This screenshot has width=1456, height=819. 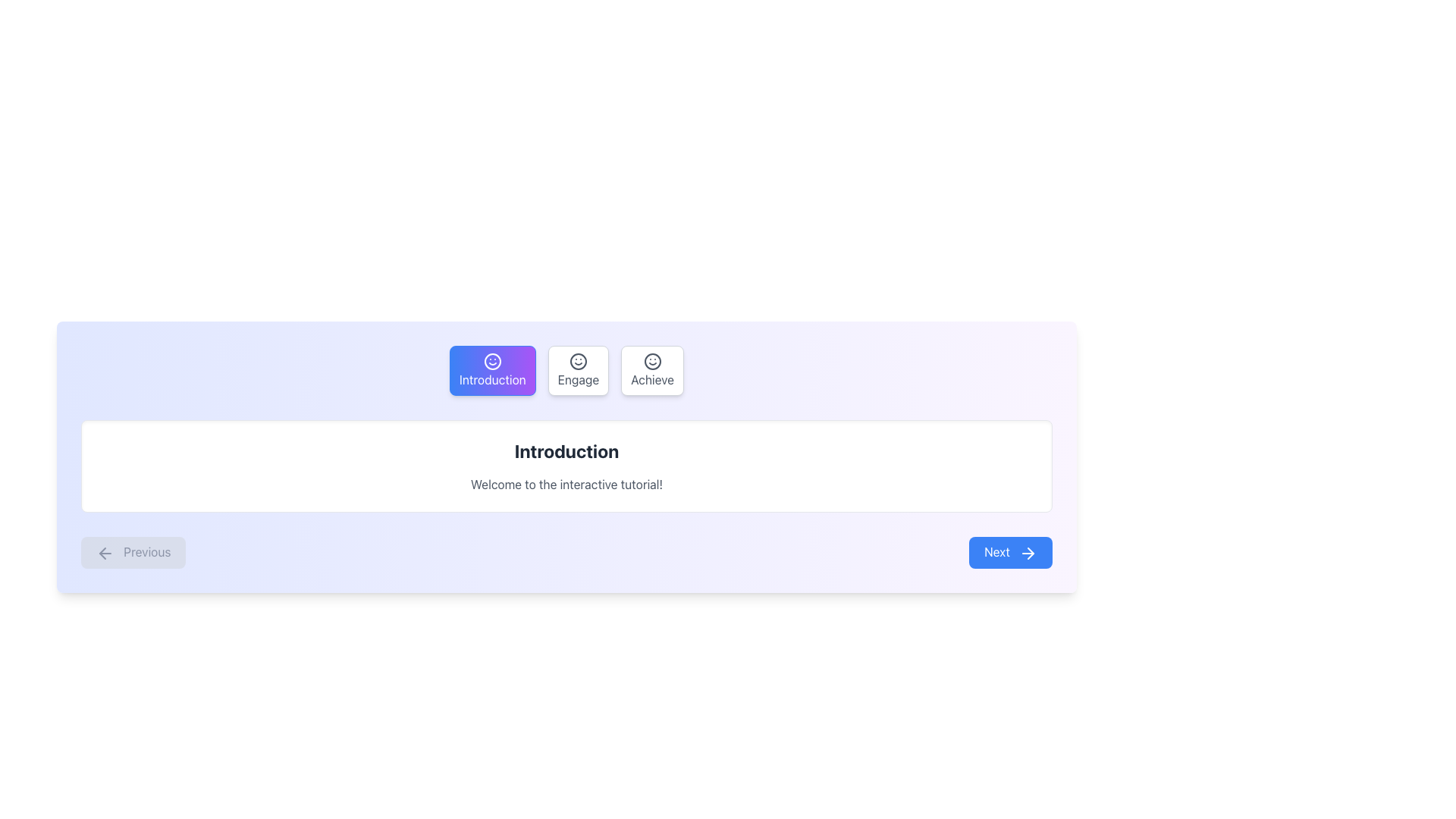 I want to click on the group of buttons labeled 'Introduction,' 'Engage,' and 'Achieve,' which are centrally aligned at the top of the interface, so click(x=566, y=371).